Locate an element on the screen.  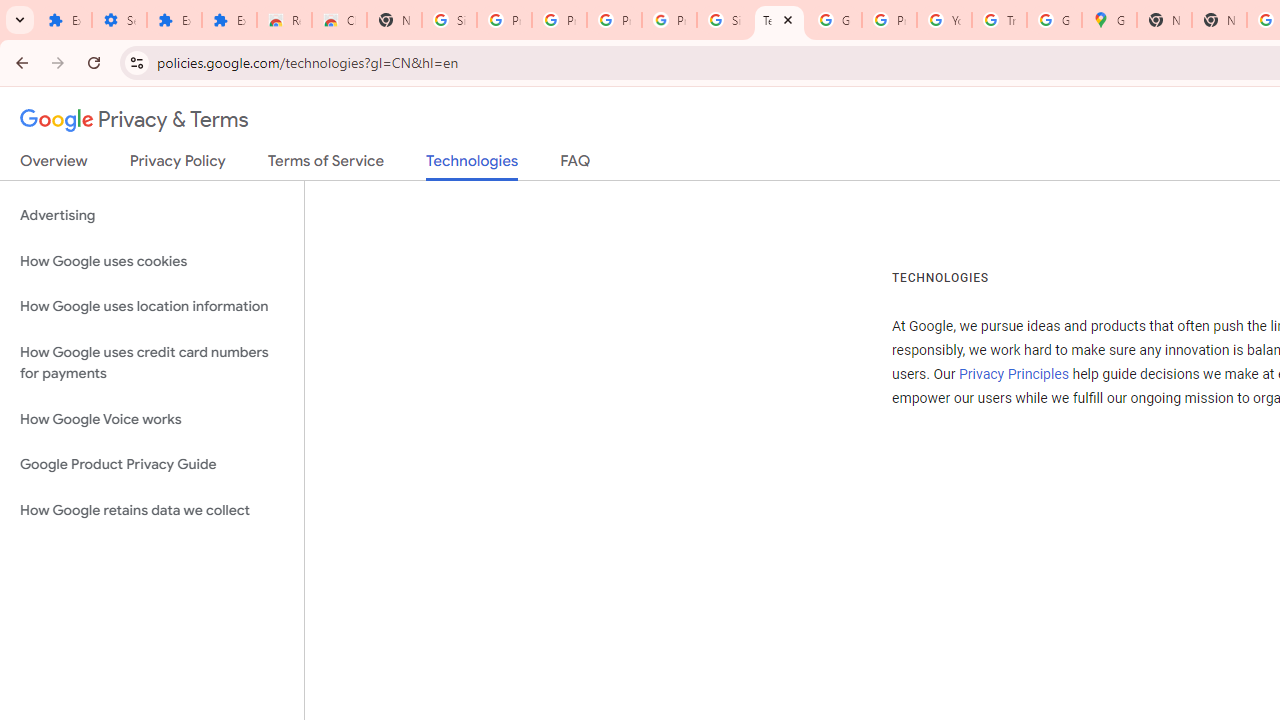
'New Tab' is located at coordinates (1164, 20).